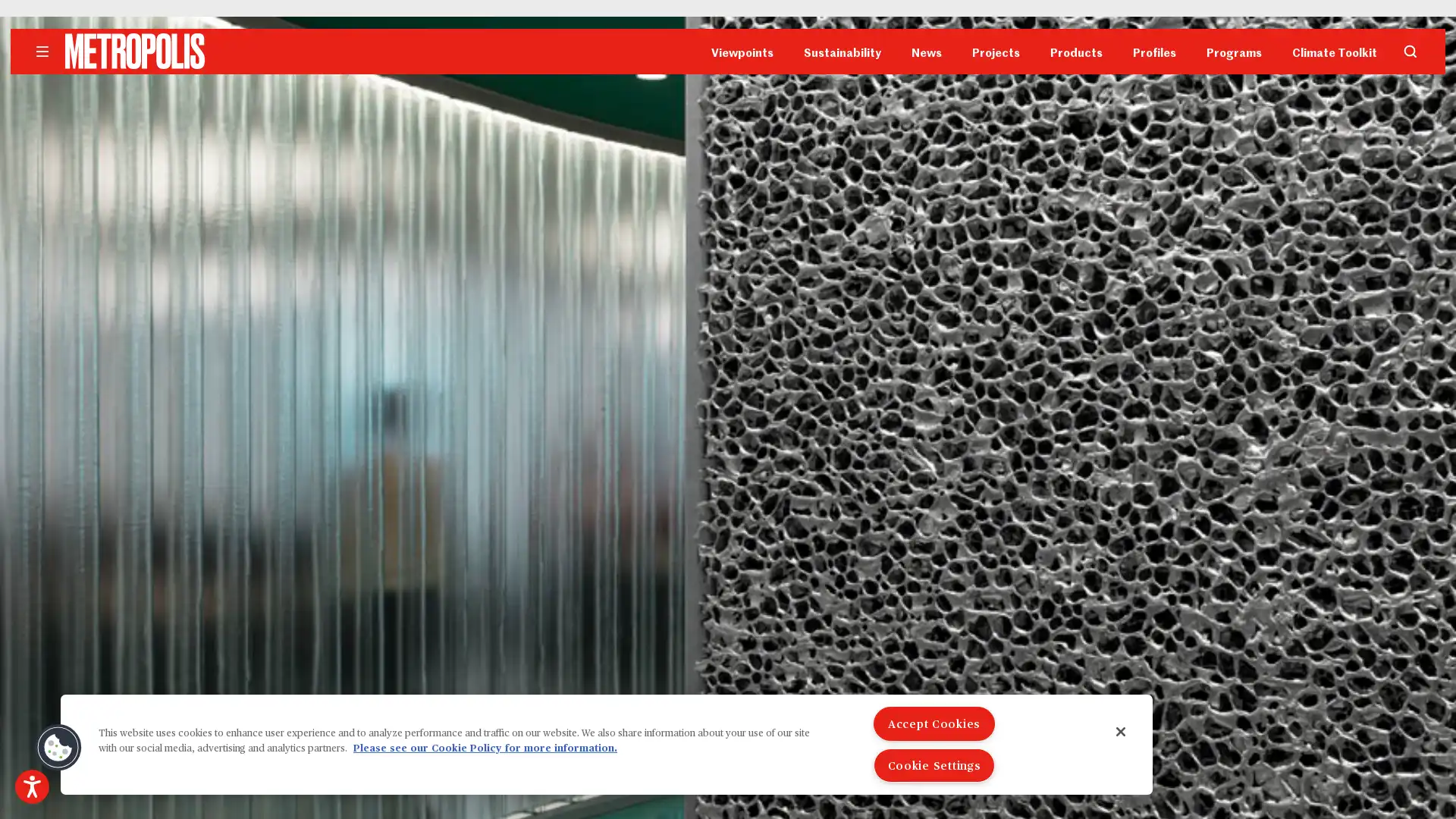 This screenshot has width=1456, height=819. I want to click on Cookie Settings, so click(934, 765).